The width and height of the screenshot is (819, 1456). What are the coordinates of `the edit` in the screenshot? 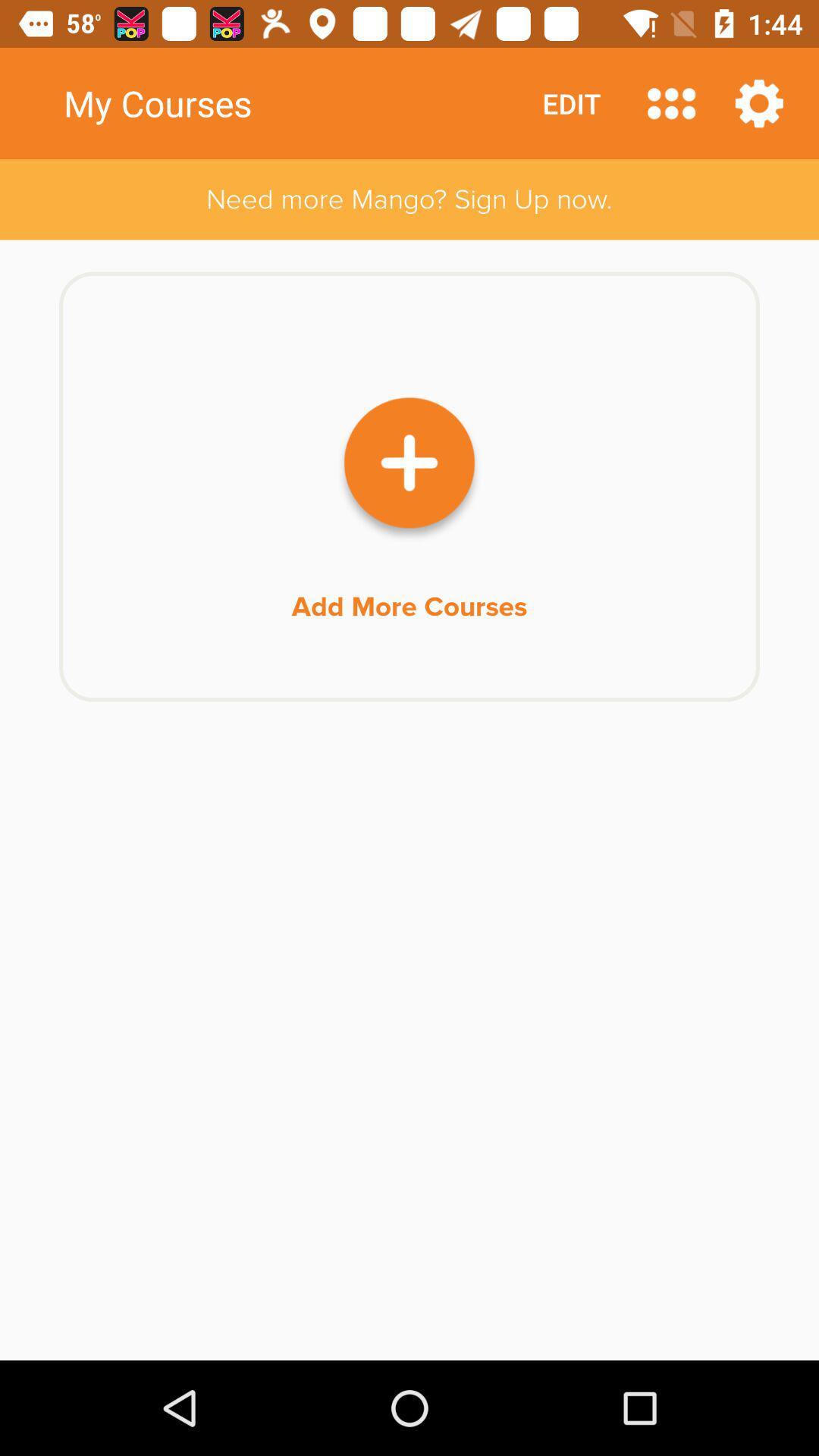 It's located at (571, 102).